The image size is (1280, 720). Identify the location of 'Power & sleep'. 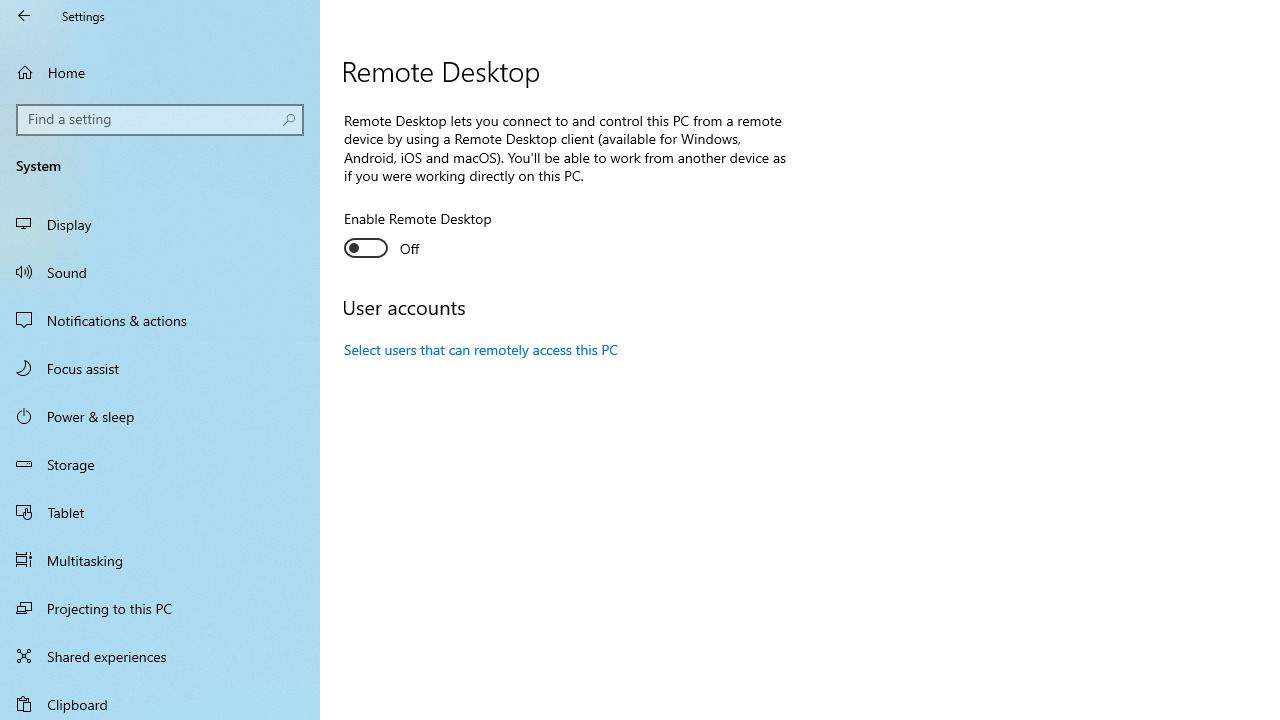
(160, 414).